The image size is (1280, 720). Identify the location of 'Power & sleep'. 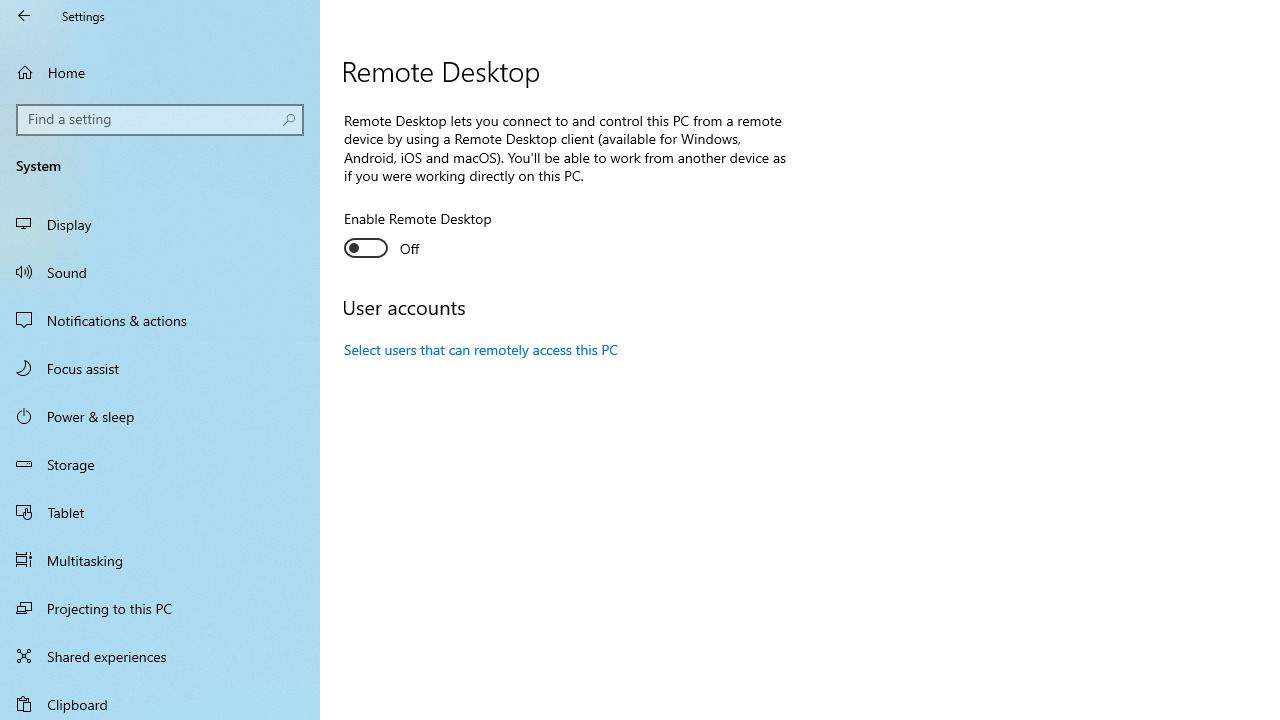
(160, 414).